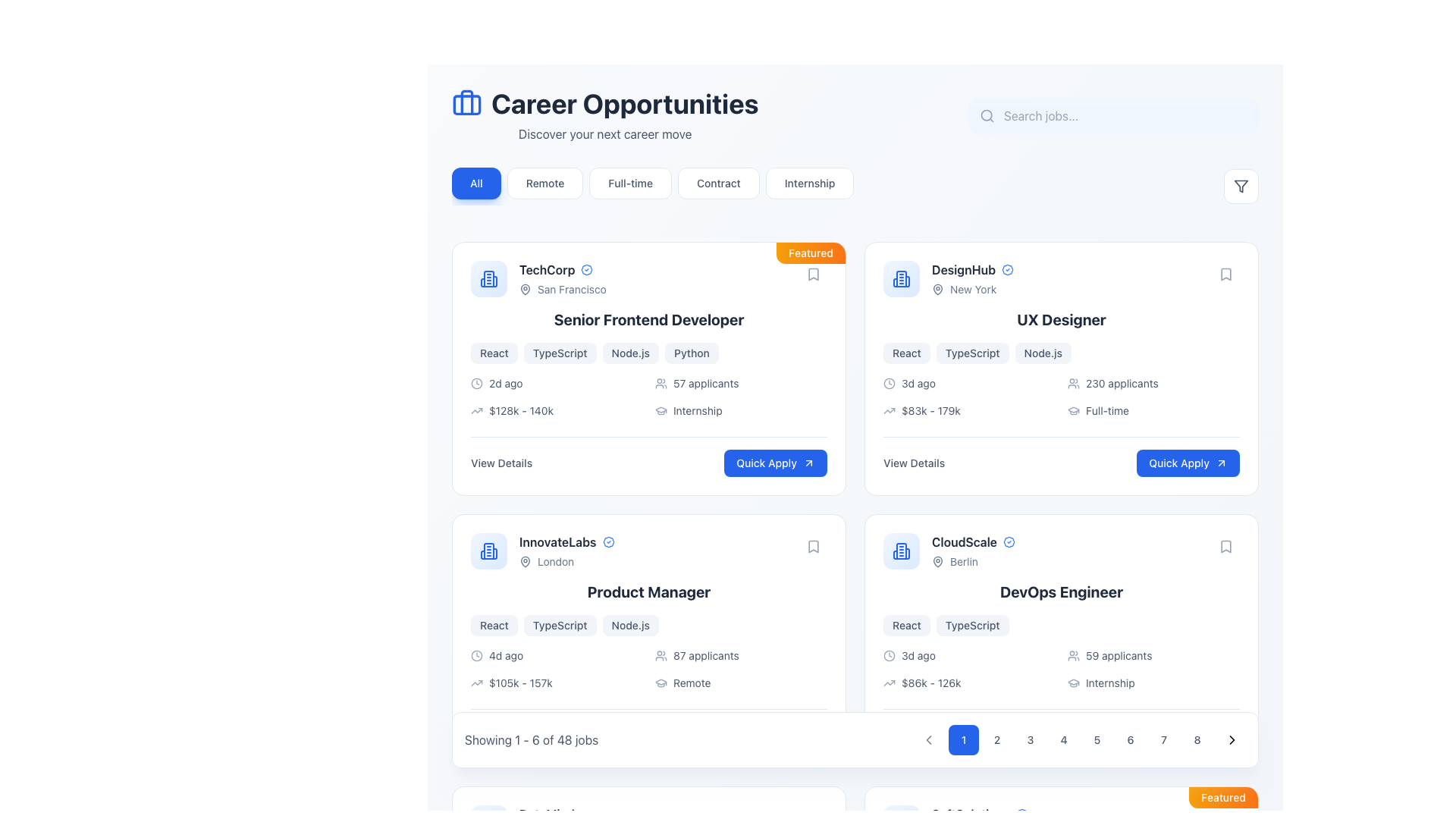  Describe the element at coordinates (661, 411) in the screenshot. I see `the decorative icon adjacent to the 'Internship' text in the first card titled 'Senior Frontend Developer'` at that location.